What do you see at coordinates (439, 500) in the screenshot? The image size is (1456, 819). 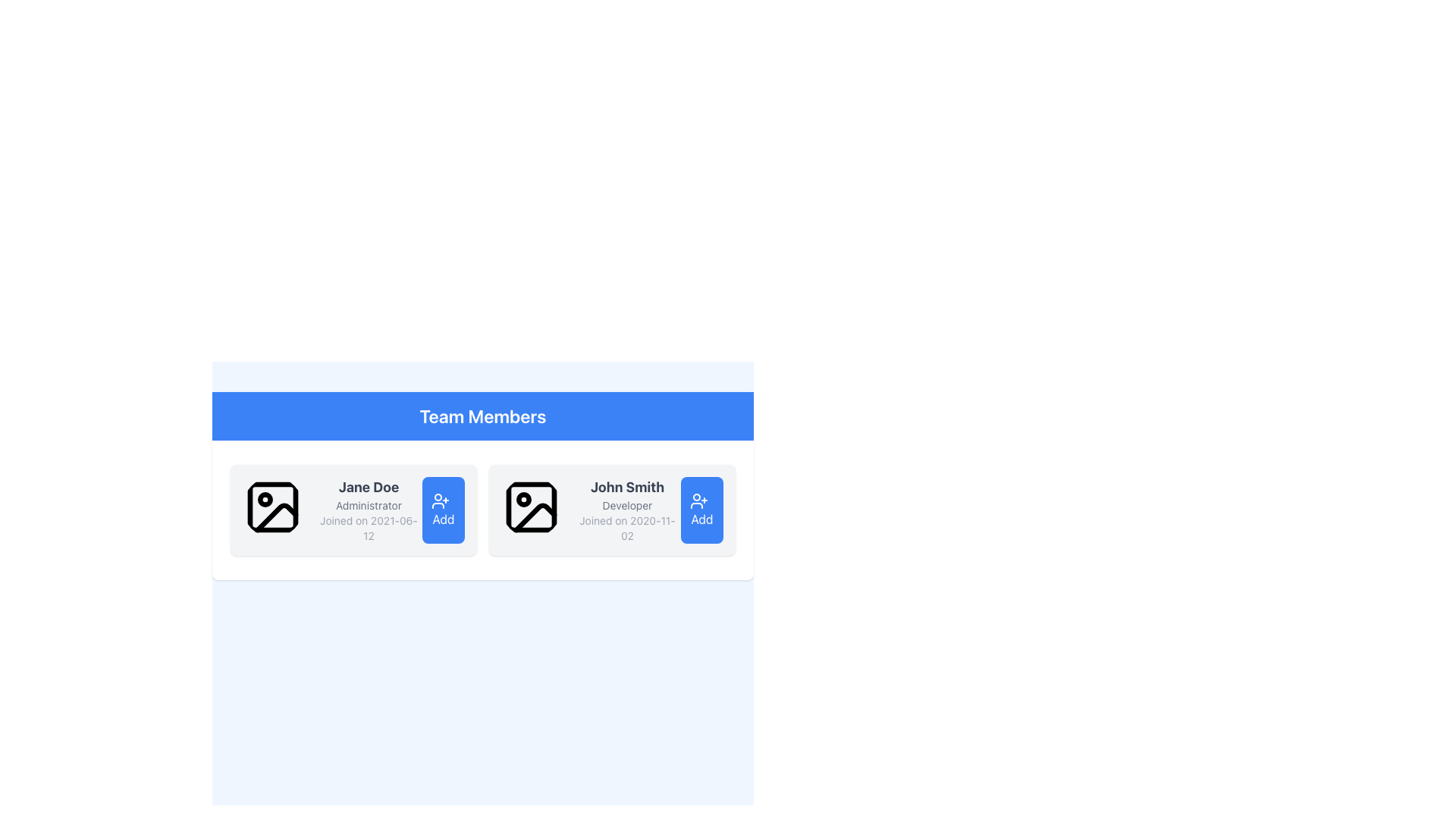 I see `the 'Add' icon which is visually represented for adding a user, located next to the profile details of 'John Smith'` at bounding box center [439, 500].